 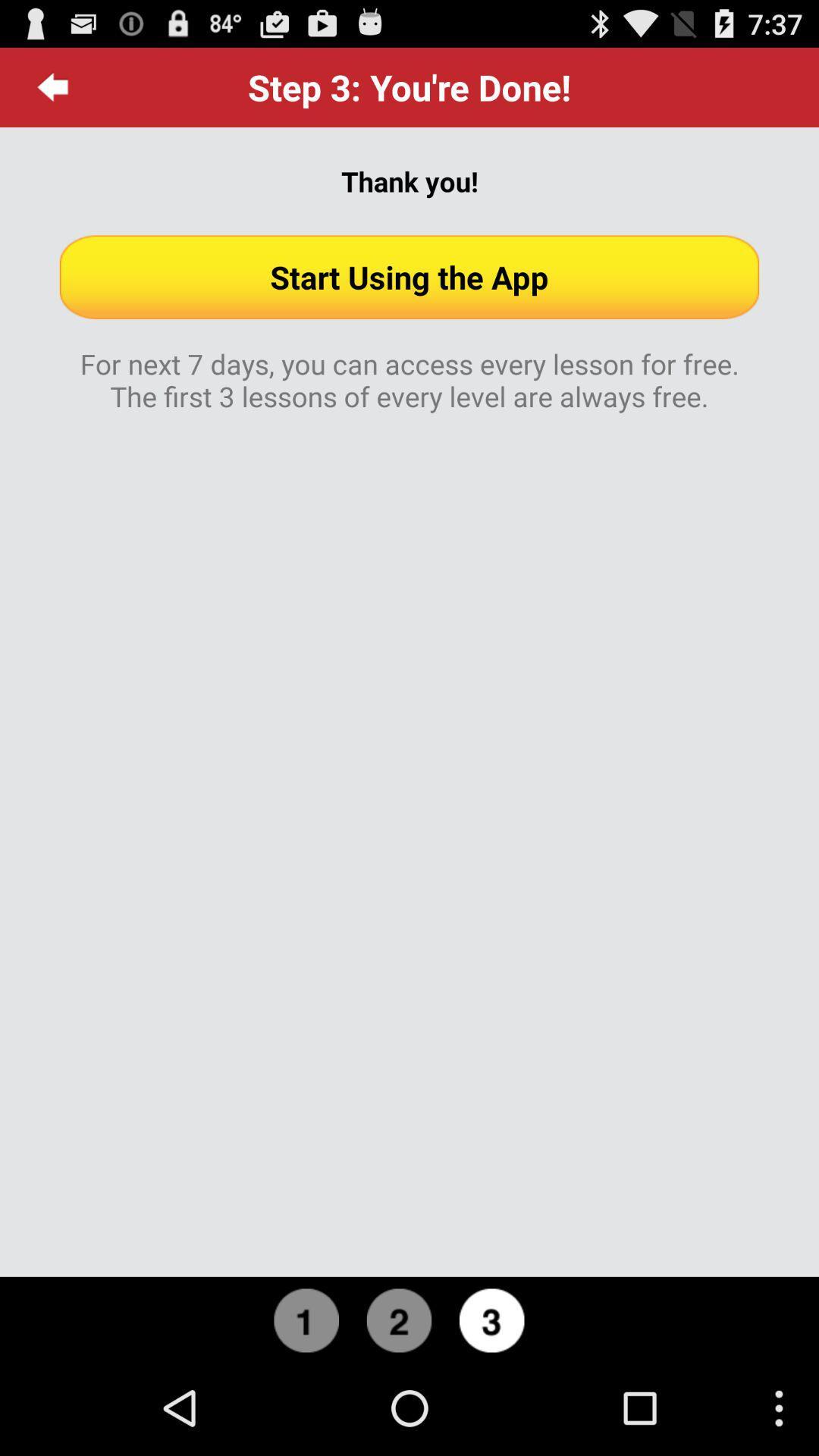 I want to click on item next to the step 3 you app, so click(x=52, y=86).